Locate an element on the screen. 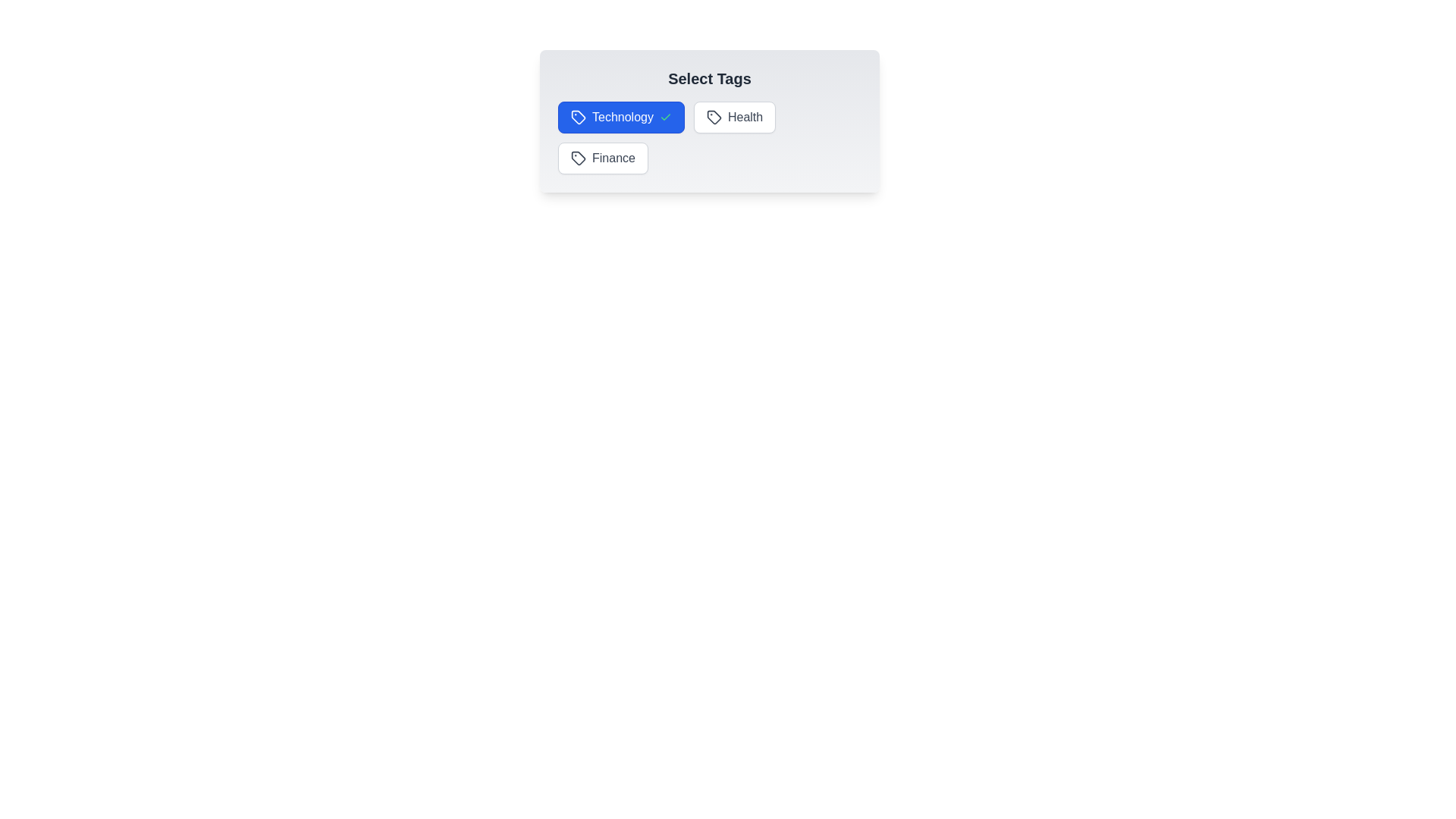 The height and width of the screenshot is (819, 1456). the Technology tag is located at coordinates (621, 116).